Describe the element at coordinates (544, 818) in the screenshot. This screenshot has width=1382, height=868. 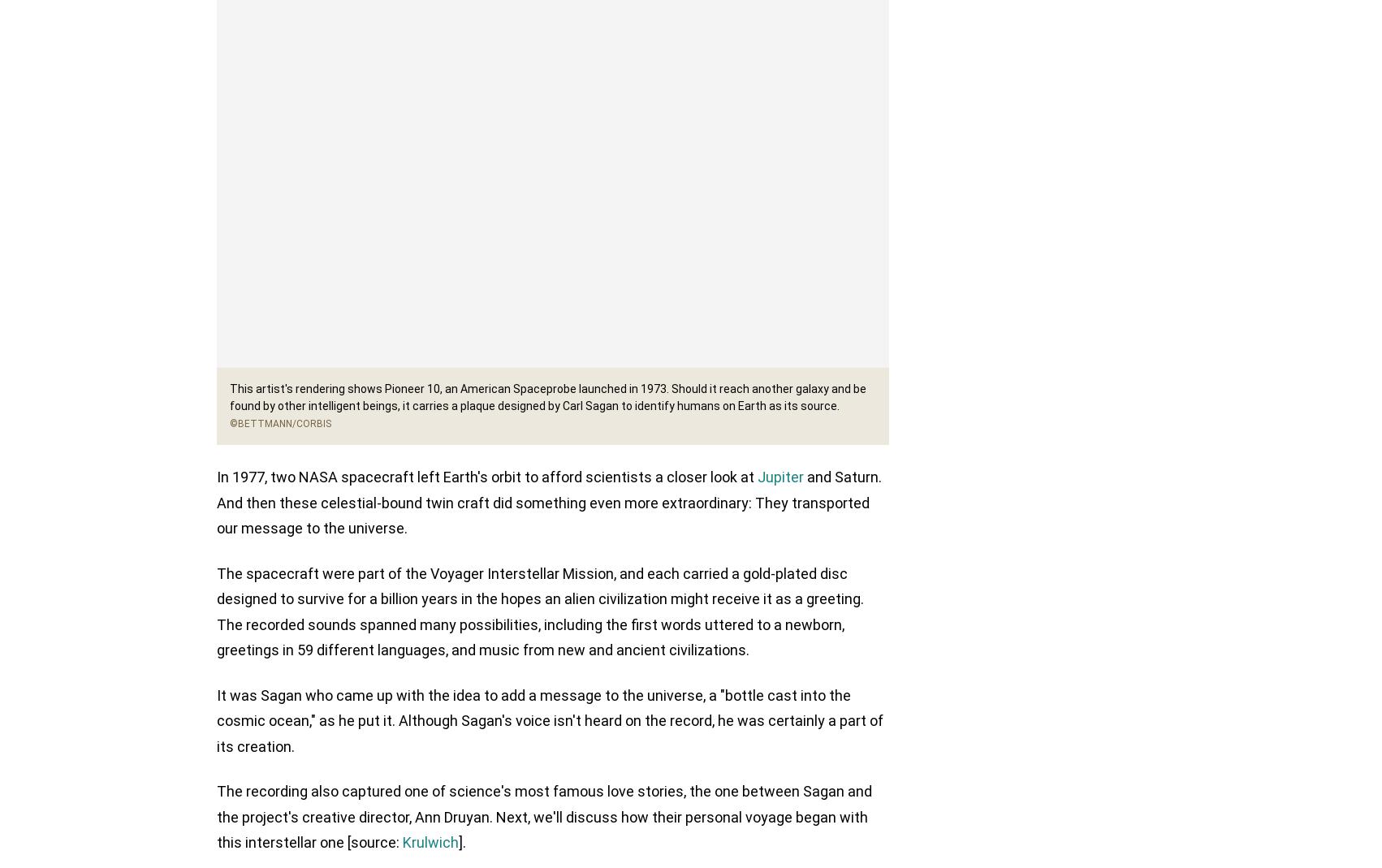
I see `'The recording also captured one of science's most famous love stories, the one between Sagan and the project's creative director, Ann Druyan. Next, we'll discuss how their personal voyage began with this interstellar one [source:'` at that location.